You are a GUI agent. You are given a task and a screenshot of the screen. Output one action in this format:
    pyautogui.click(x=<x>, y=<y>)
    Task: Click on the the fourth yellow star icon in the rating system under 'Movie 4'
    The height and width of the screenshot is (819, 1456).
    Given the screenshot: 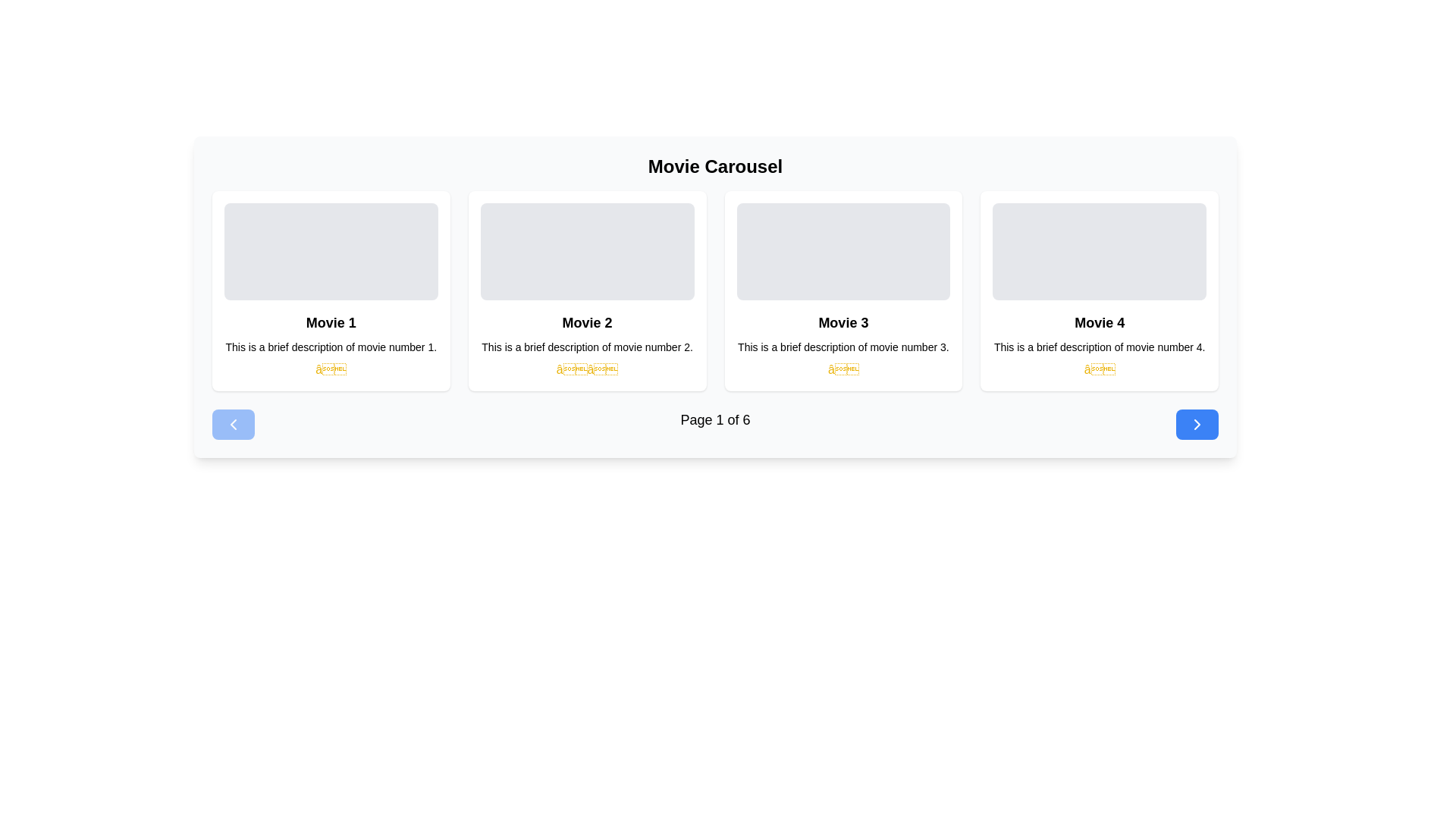 What is the action you would take?
    pyautogui.click(x=1100, y=369)
    